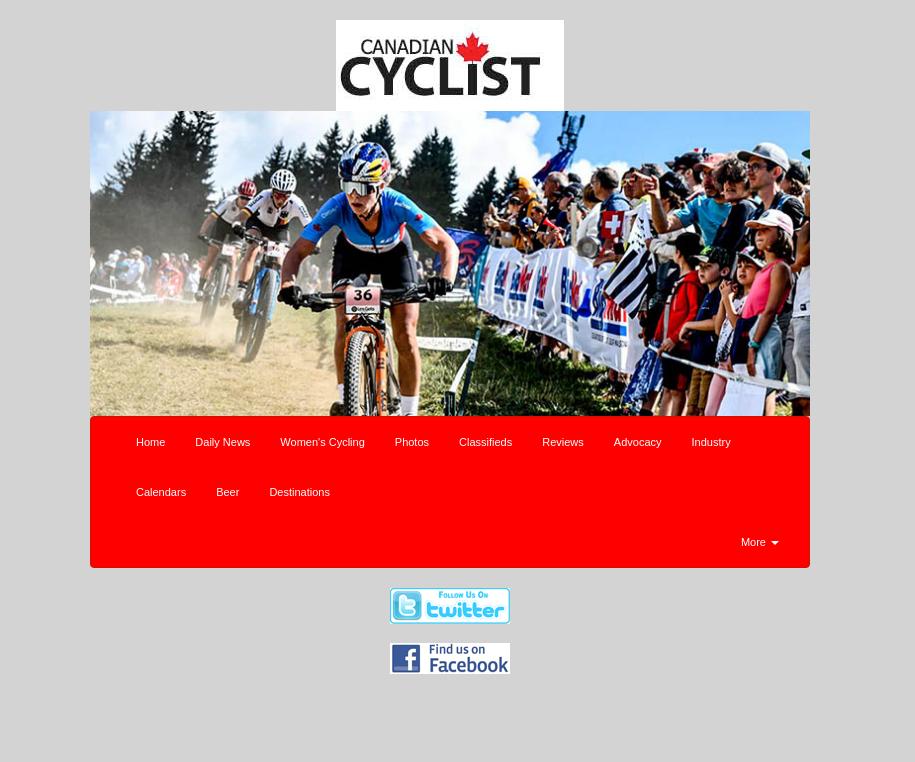 The width and height of the screenshot is (915, 762). What do you see at coordinates (392, 439) in the screenshot?
I see `'Photos'` at bounding box center [392, 439].